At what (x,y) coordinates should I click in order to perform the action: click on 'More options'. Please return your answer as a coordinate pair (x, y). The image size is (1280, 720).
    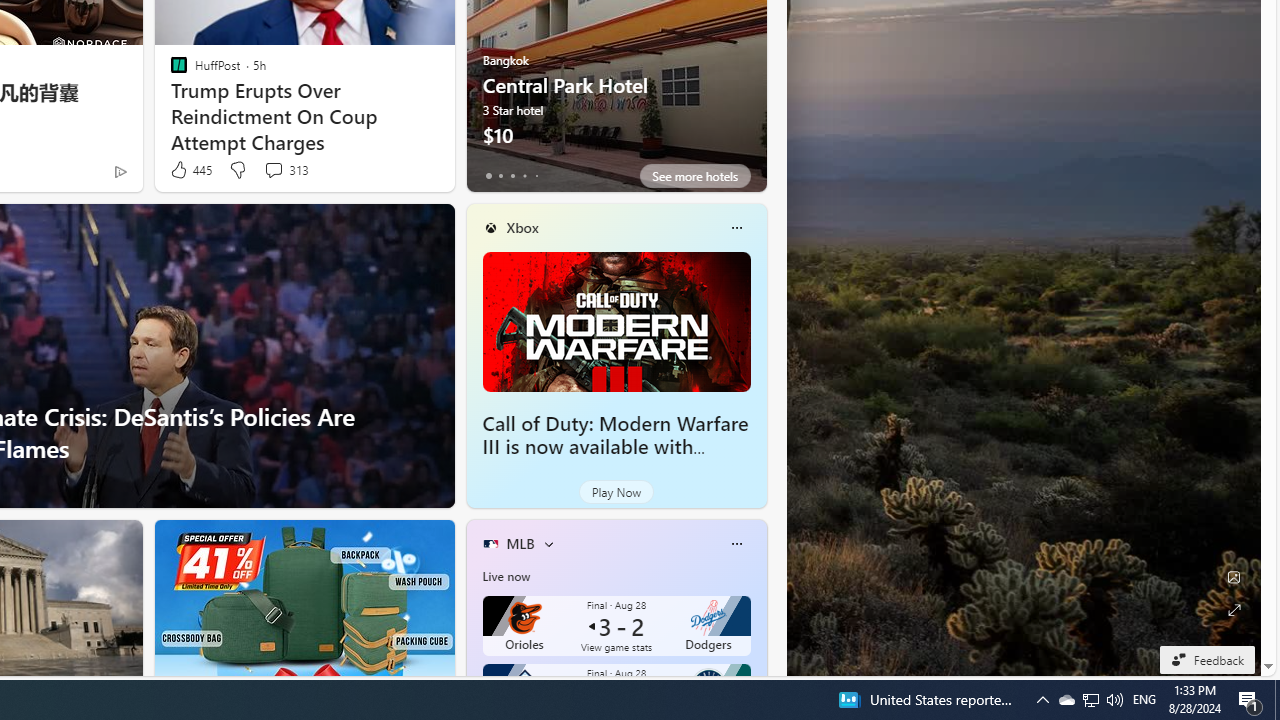
    Looking at the image, I should click on (735, 543).